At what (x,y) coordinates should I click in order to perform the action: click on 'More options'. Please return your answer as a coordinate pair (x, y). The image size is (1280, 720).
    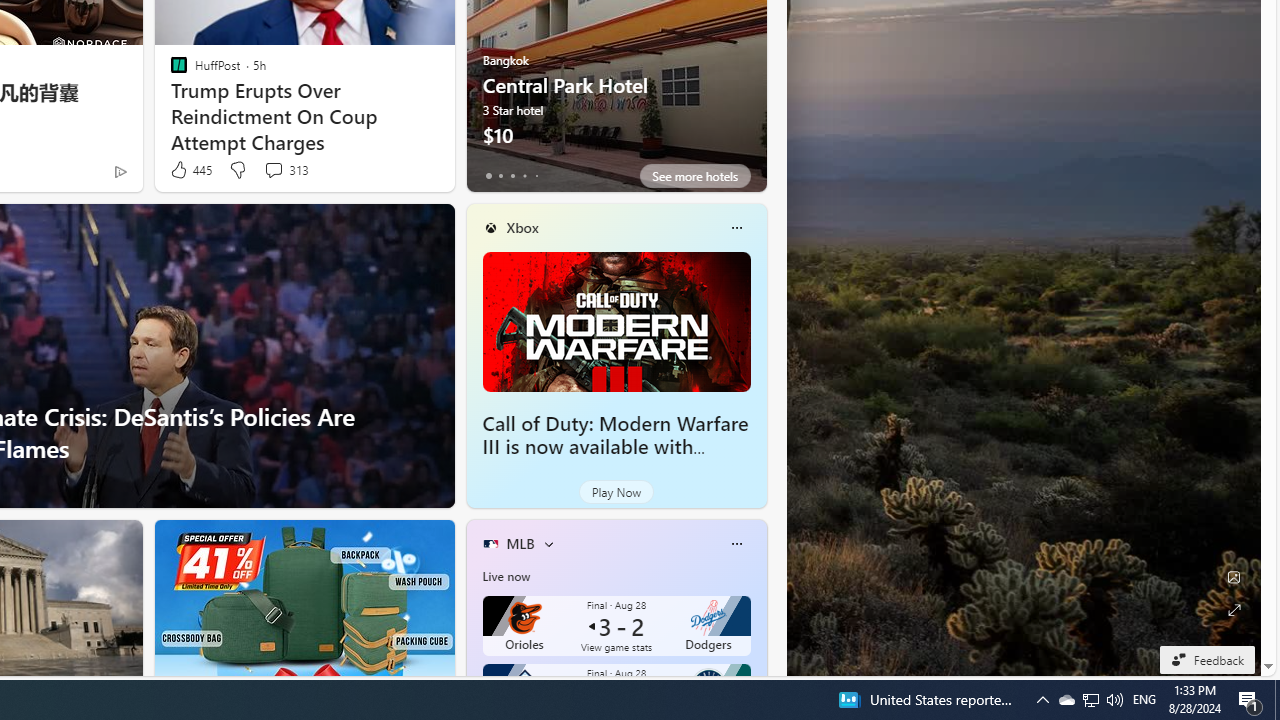
    Looking at the image, I should click on (735, 543).